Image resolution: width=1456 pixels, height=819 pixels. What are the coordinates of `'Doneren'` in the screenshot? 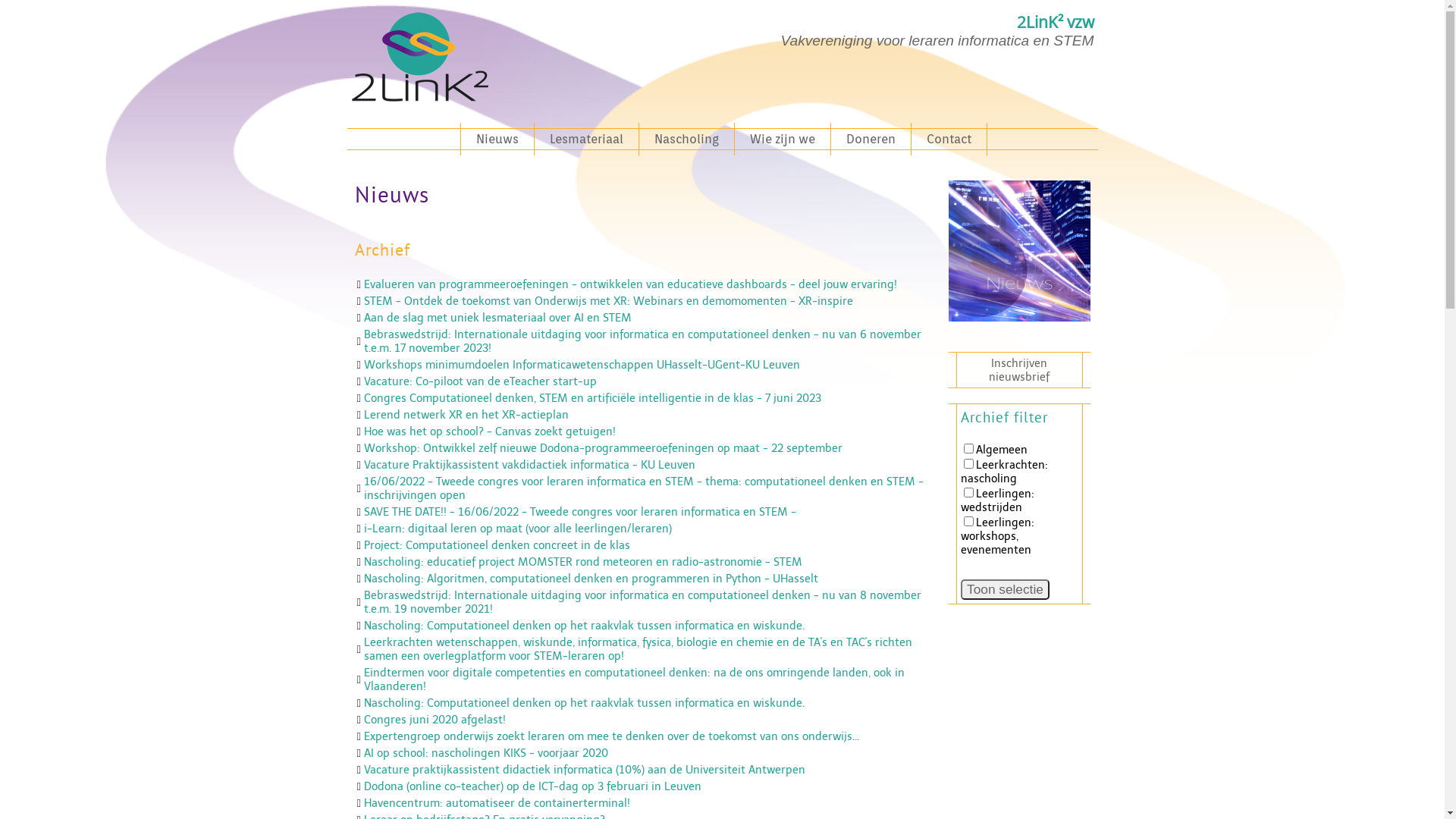 It's located at (870, 139).